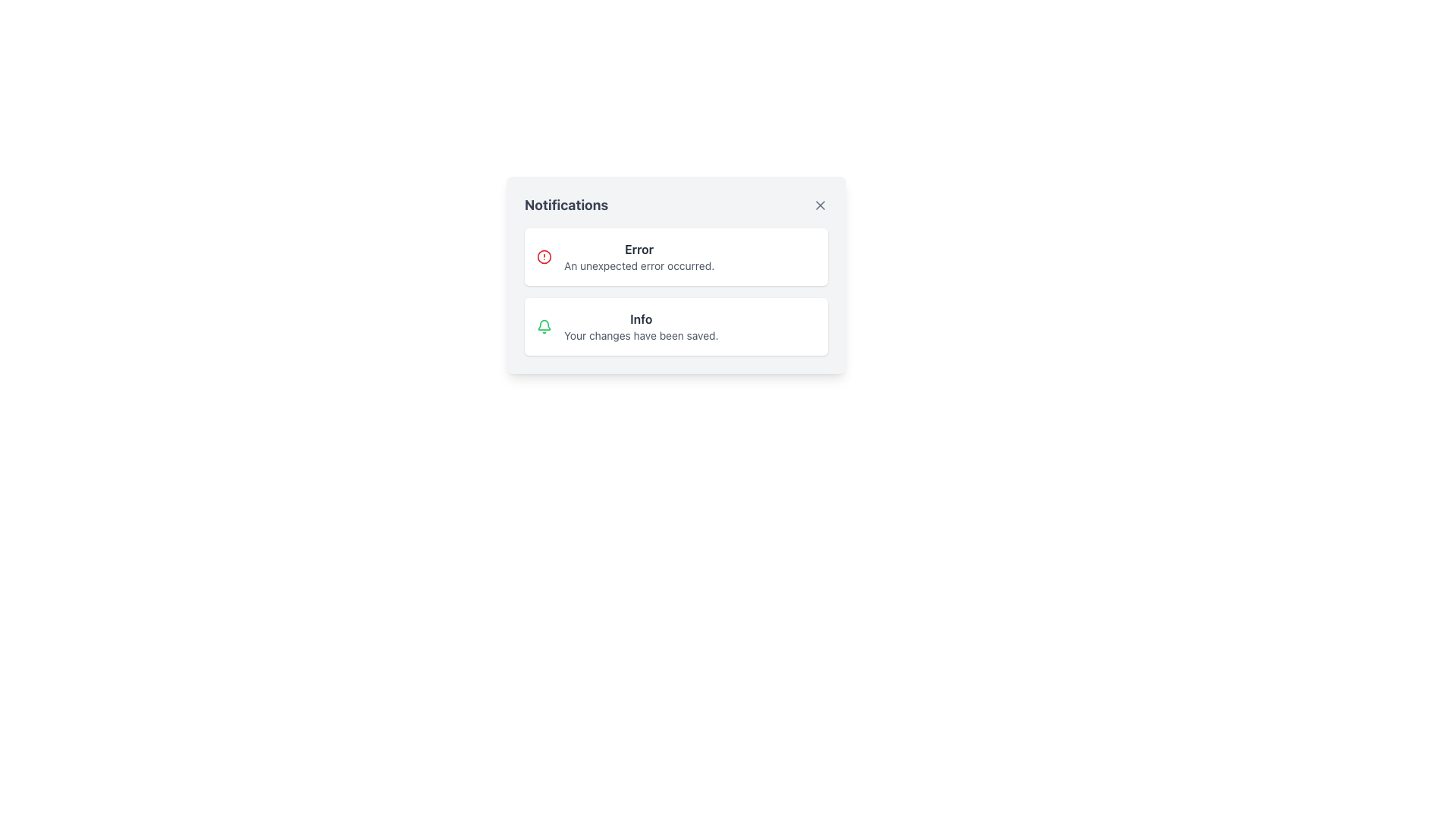 The width and height of the screenshot is (1456, 819). Describe the element at coordinates (641, 318) in the screenshot. I see `bold black-text label 'Info' located in the second notification card above the description text 'Your changes have been saved.'` at that location.